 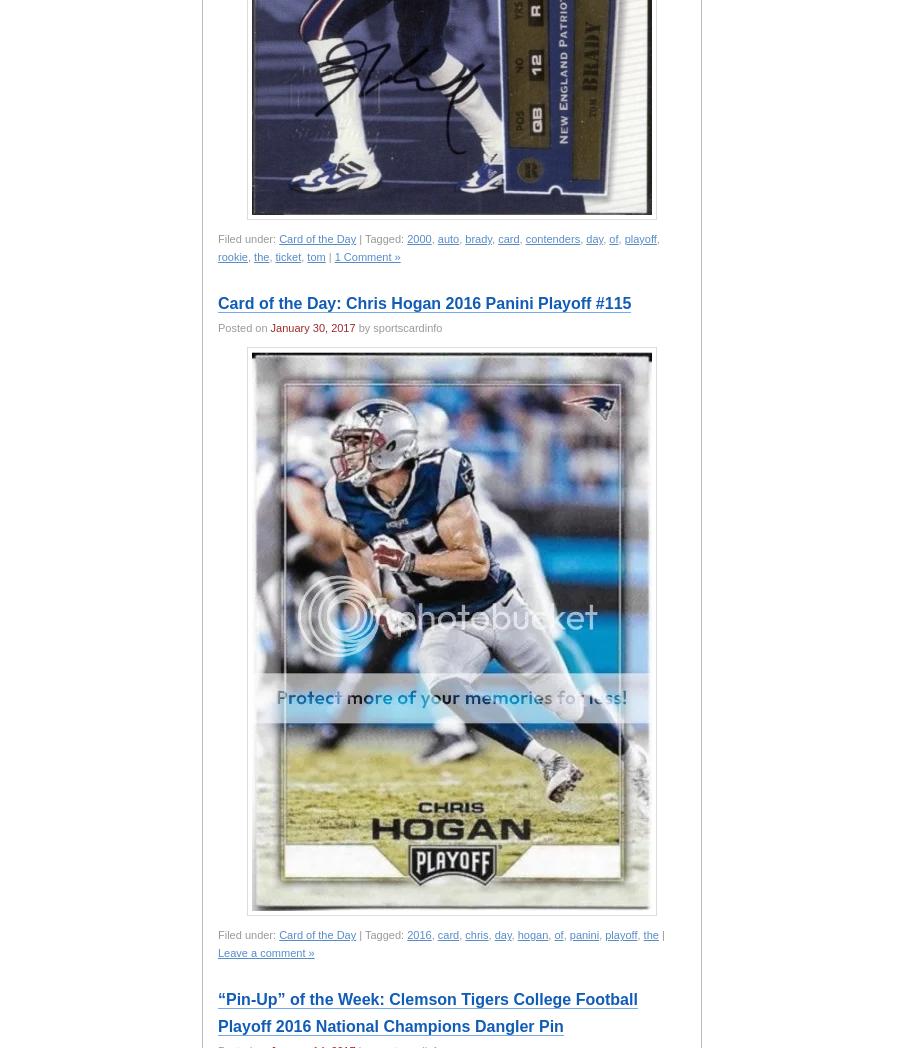 I want to click on 'ticket', so click(x=273, y=256).